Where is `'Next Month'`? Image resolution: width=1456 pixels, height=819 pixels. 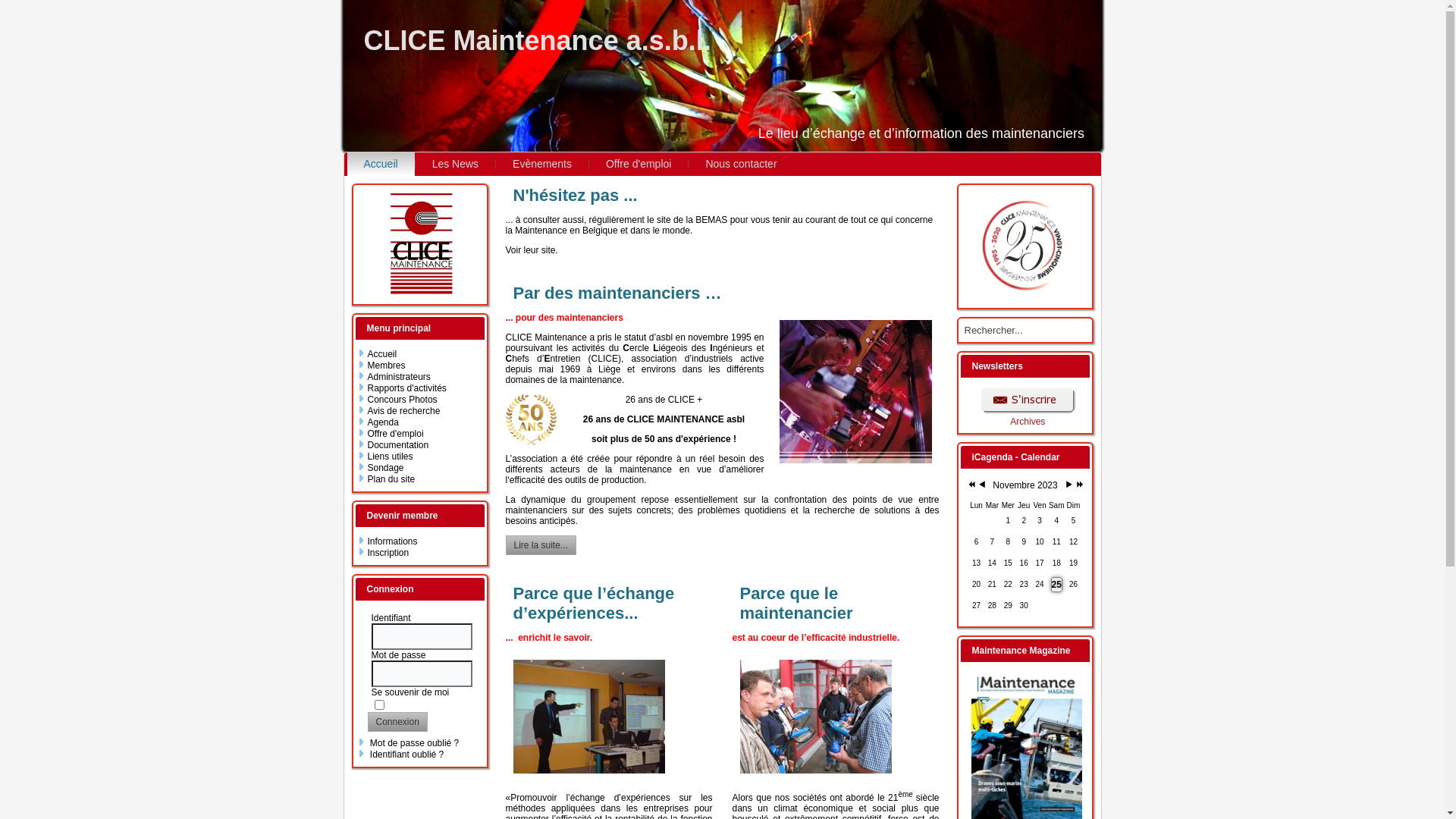
'Next Month' is located at coordinates (1063, 485).